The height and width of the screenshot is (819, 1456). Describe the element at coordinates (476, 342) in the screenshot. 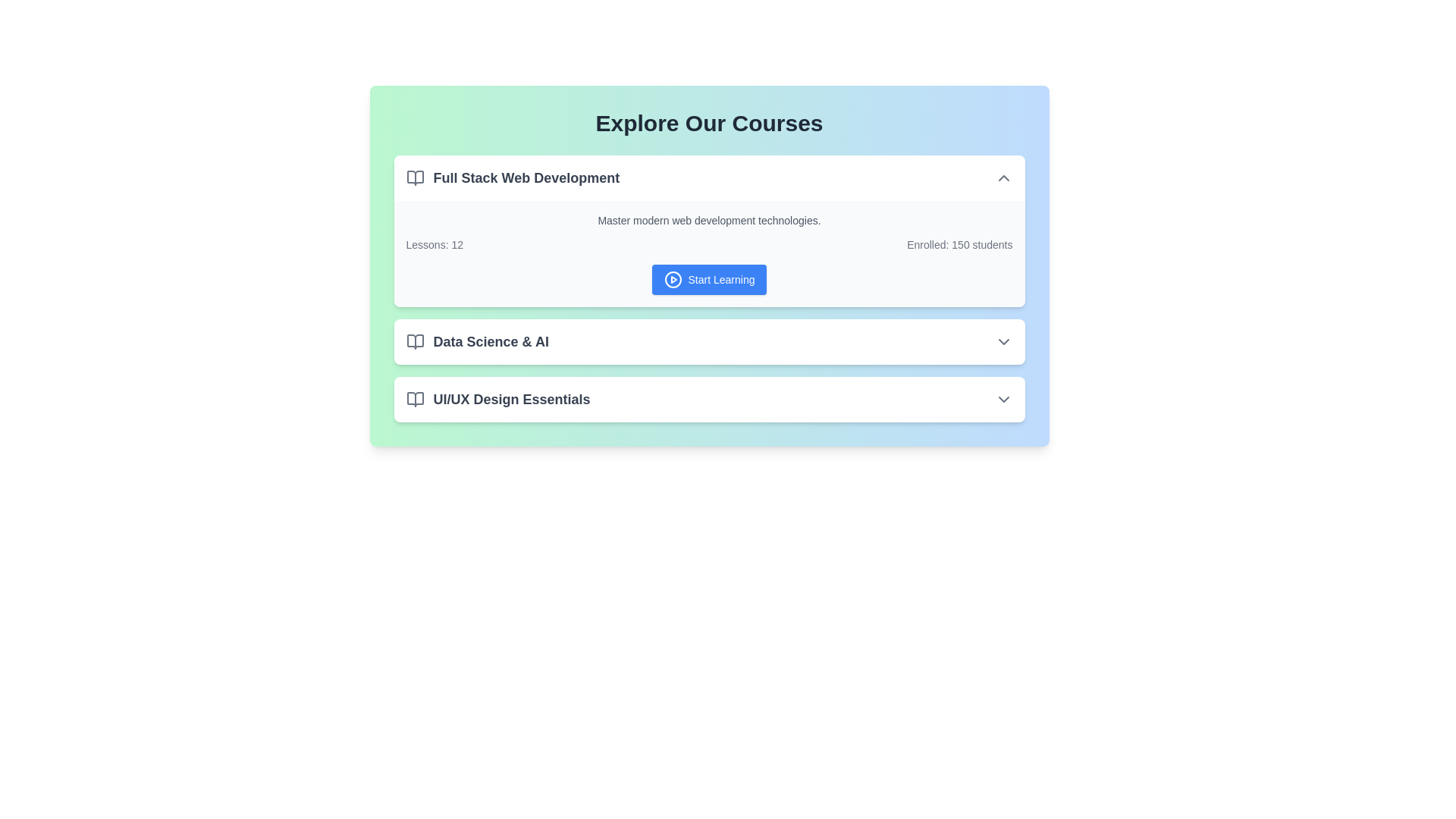

I see `the 'Data Science & AI' label with an open book icon` at that location.